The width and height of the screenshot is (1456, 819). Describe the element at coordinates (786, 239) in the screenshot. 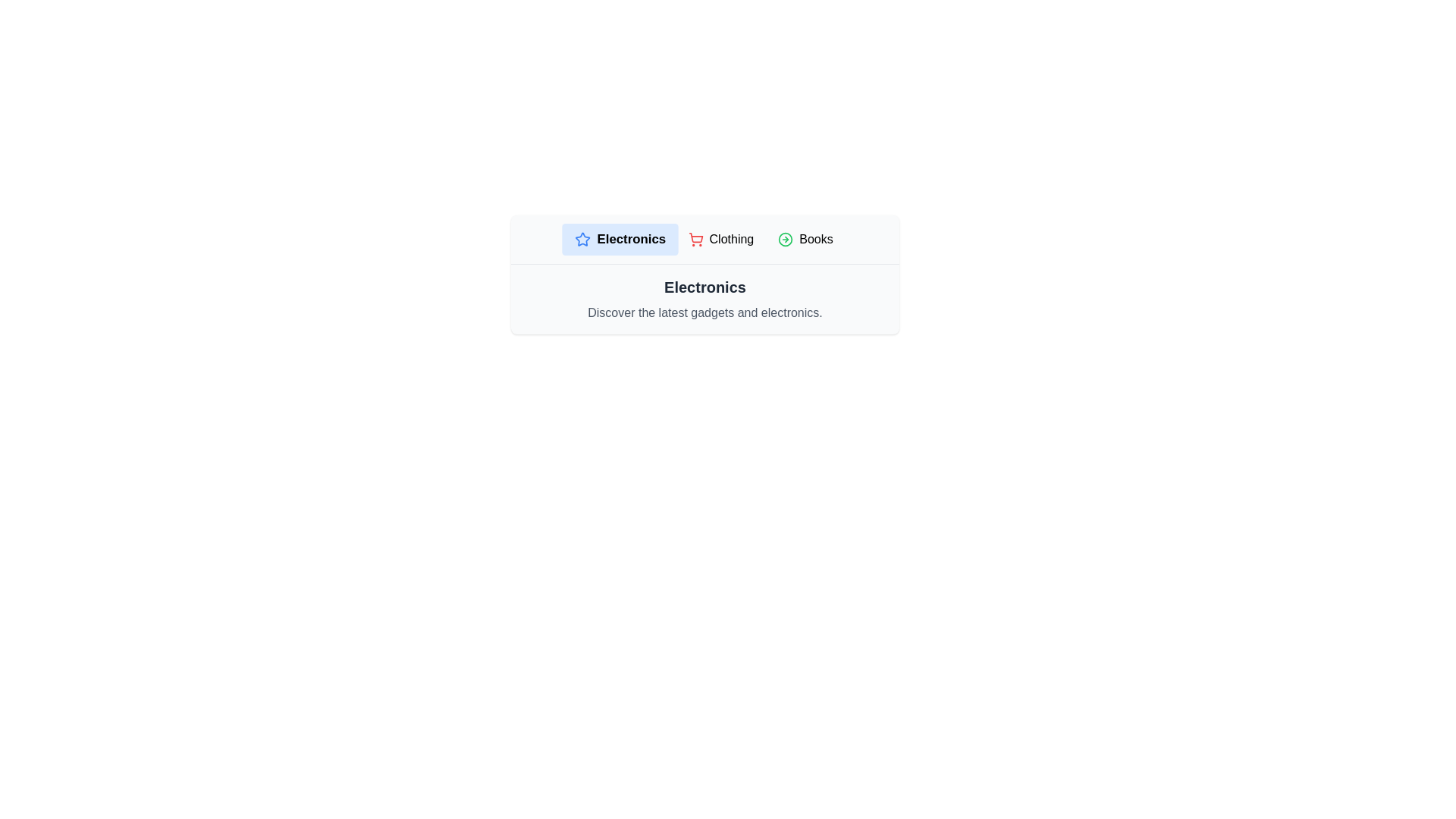

I see `the icon for the Books category to observe its visual representation` at that location.